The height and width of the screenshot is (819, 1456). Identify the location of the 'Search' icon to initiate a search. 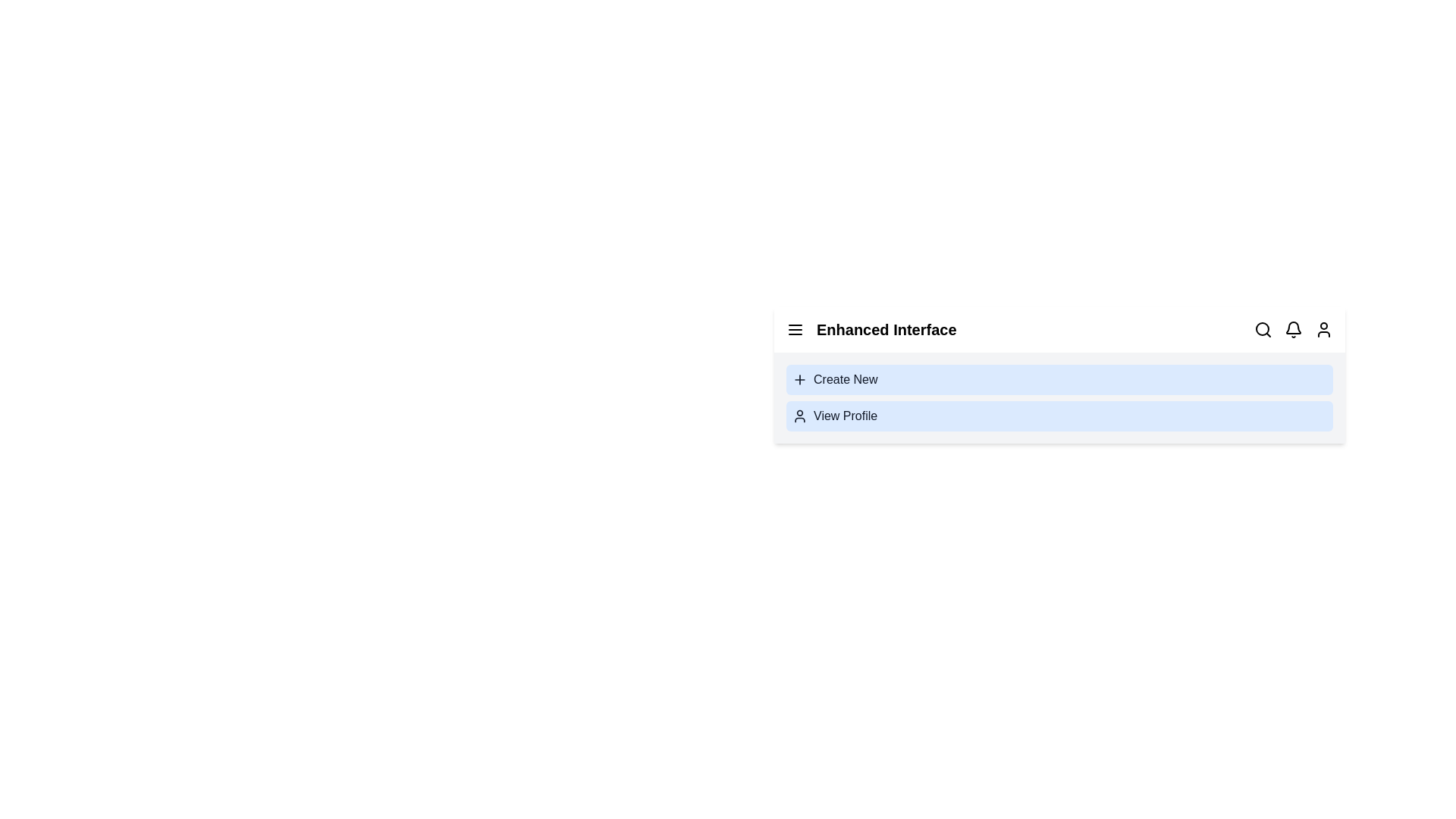
(1263, 329).